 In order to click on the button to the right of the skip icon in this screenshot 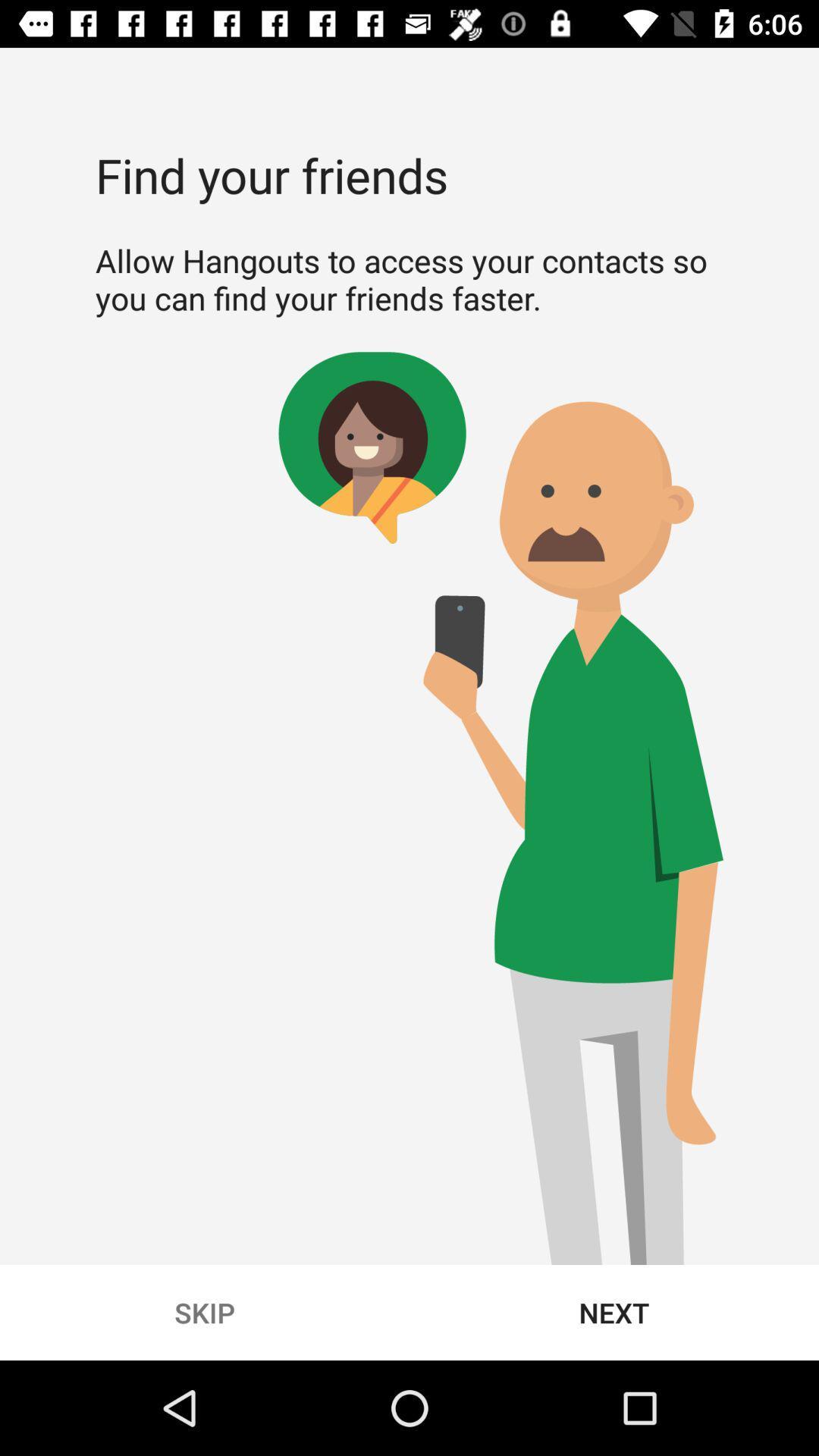, I will do `click(614, 1312)`.